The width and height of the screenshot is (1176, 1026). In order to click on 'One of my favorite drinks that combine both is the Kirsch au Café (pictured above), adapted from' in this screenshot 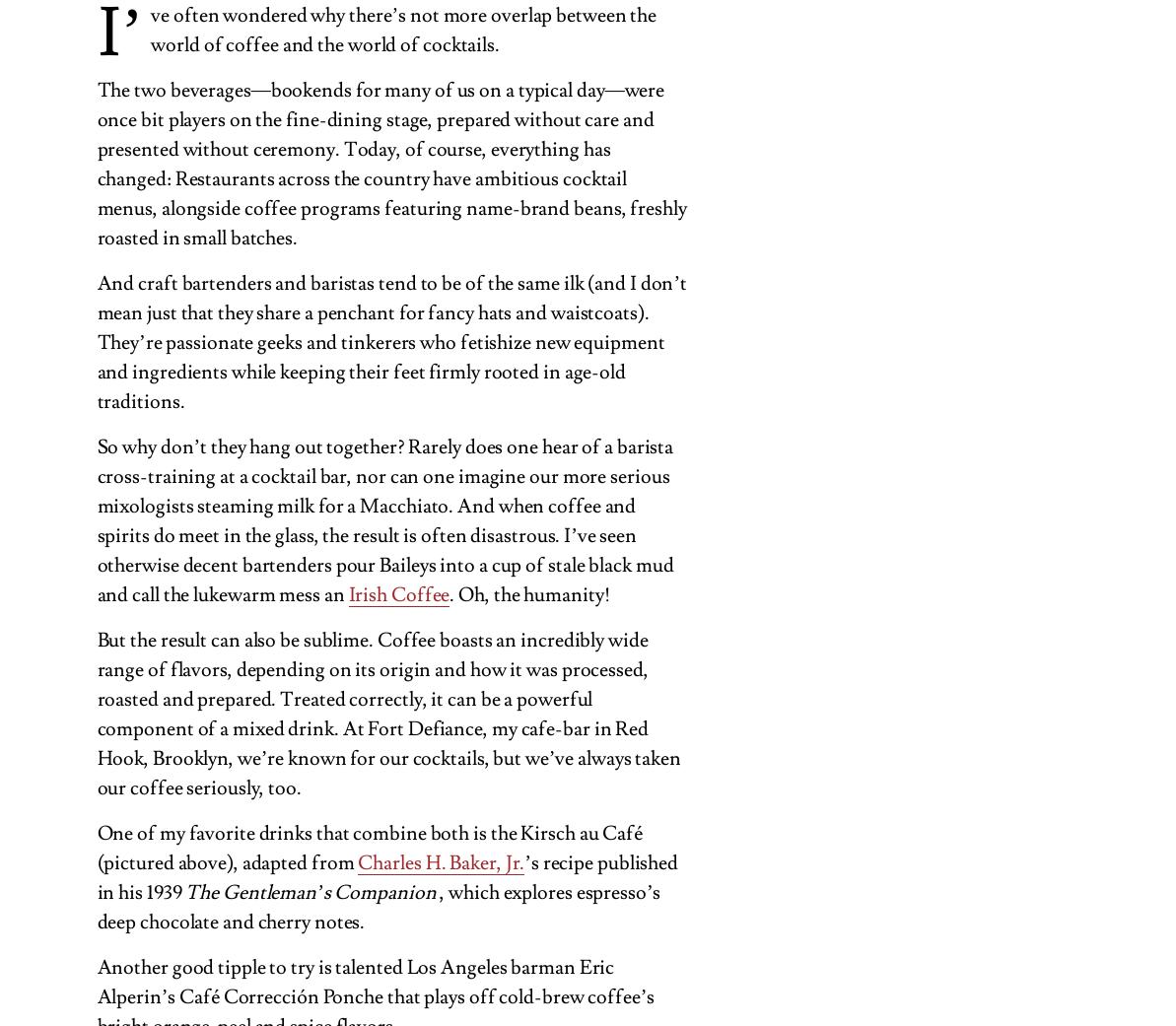, I will do `click(369, 846)`.